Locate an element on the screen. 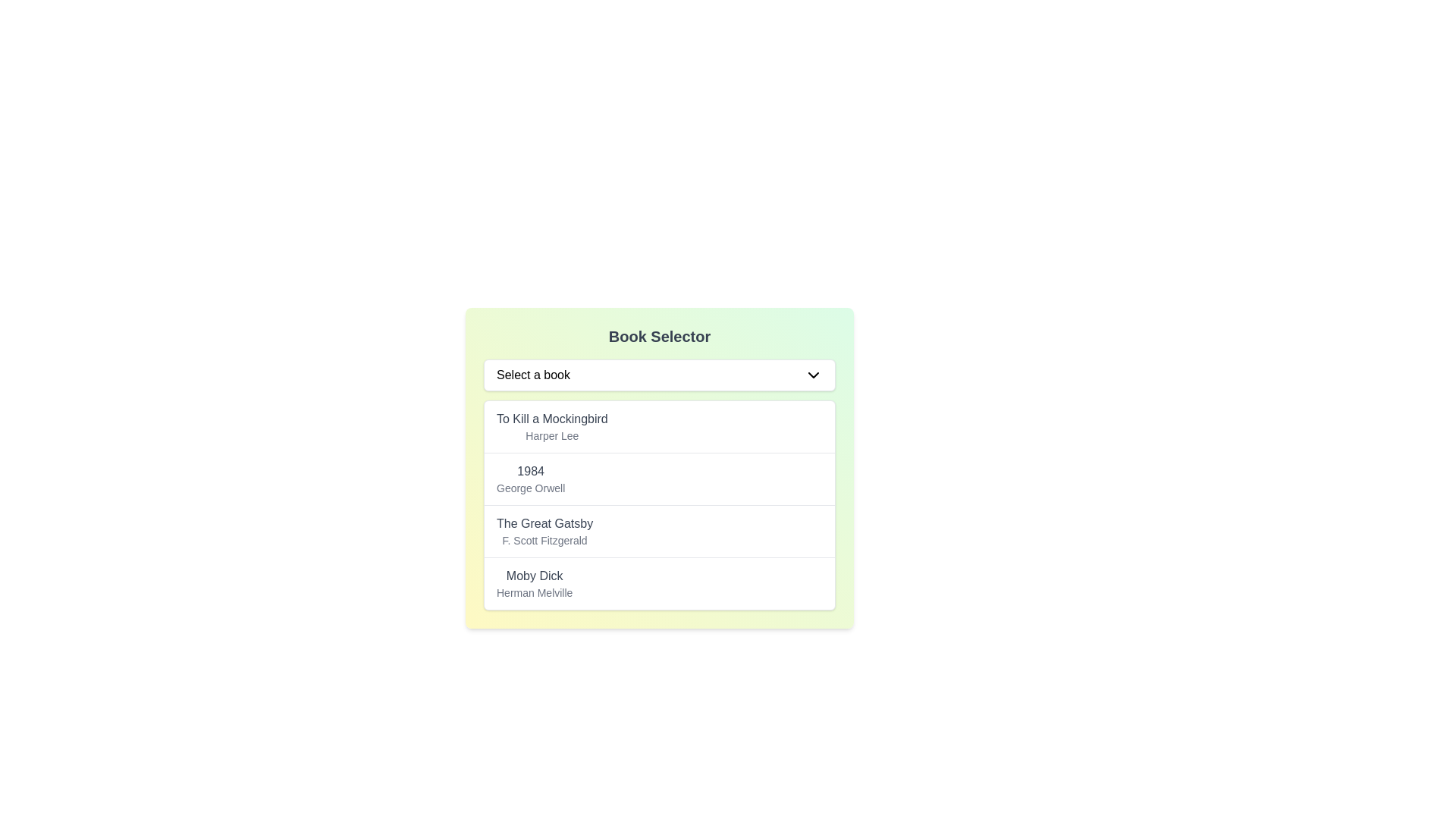 This screenshot has width=1456, height=819. the text label displaying '1984' in bold and dark gray color, which is located within the second selectable item in the 'Book Selector' list is located at coordinates (531, 470).